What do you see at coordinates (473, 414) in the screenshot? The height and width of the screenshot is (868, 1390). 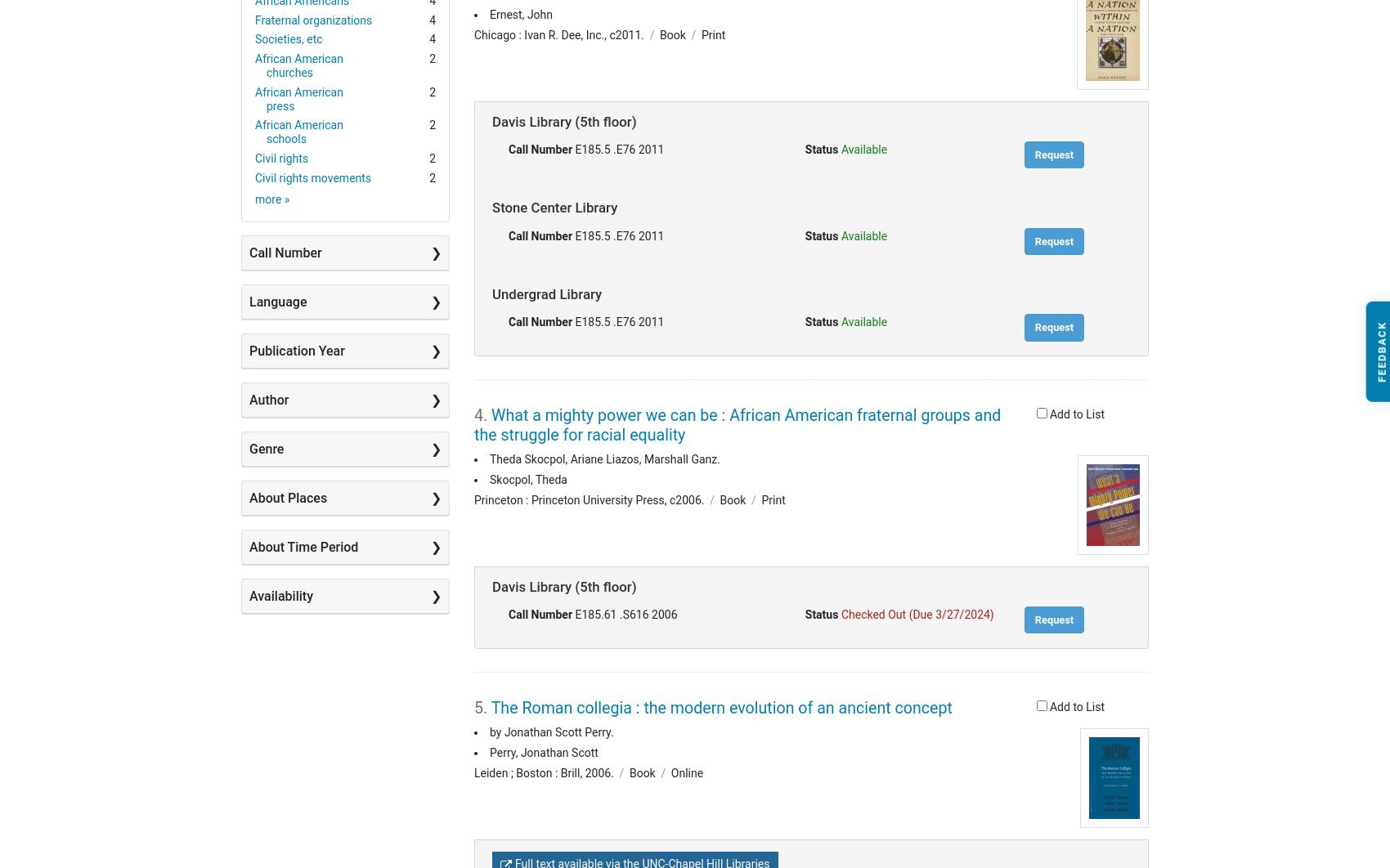 I see `'4.'` at bounding box center [473, 414].